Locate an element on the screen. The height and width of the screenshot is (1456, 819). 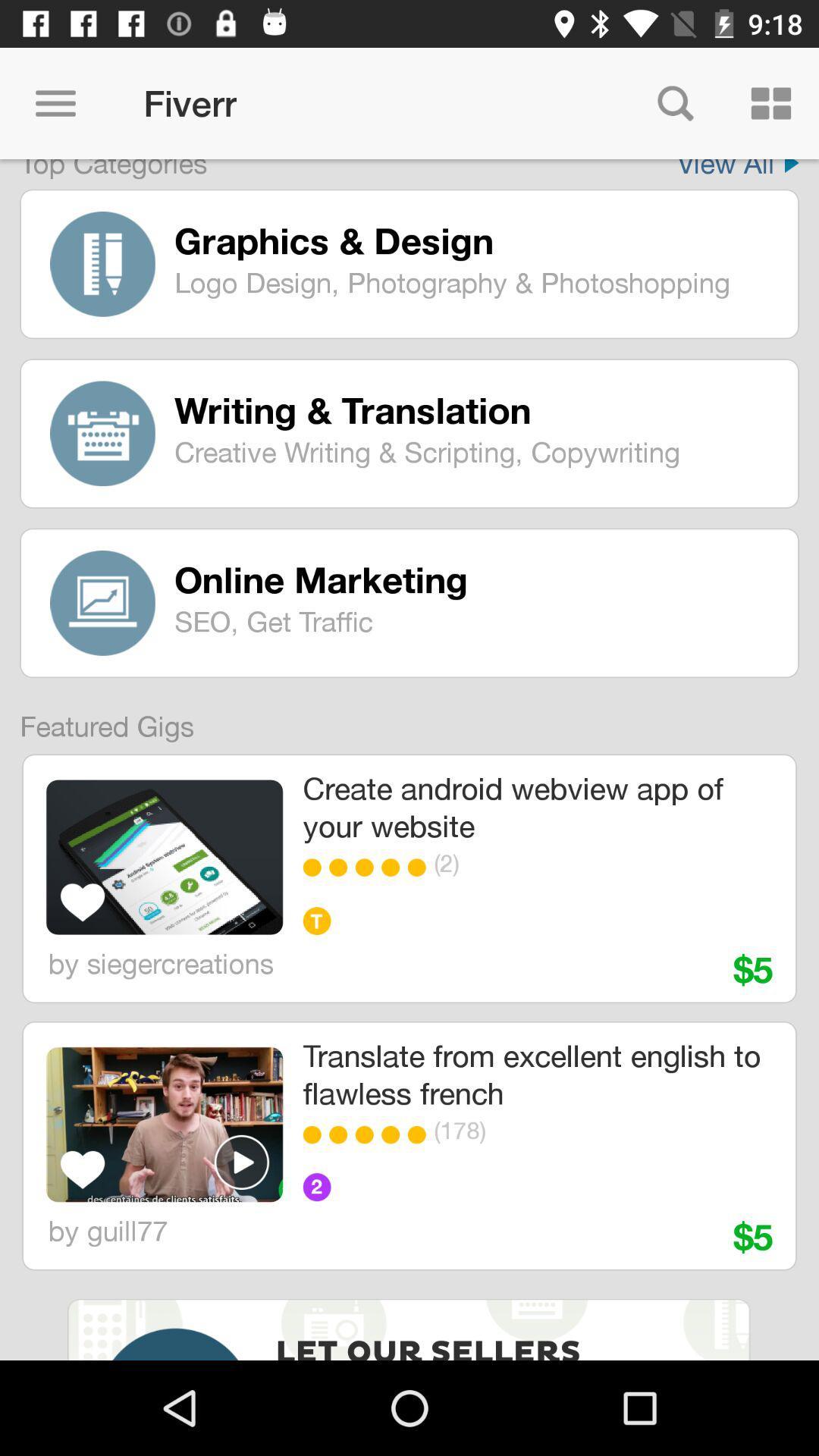
the translate from excellent item is located at coordinates (536, 1074).